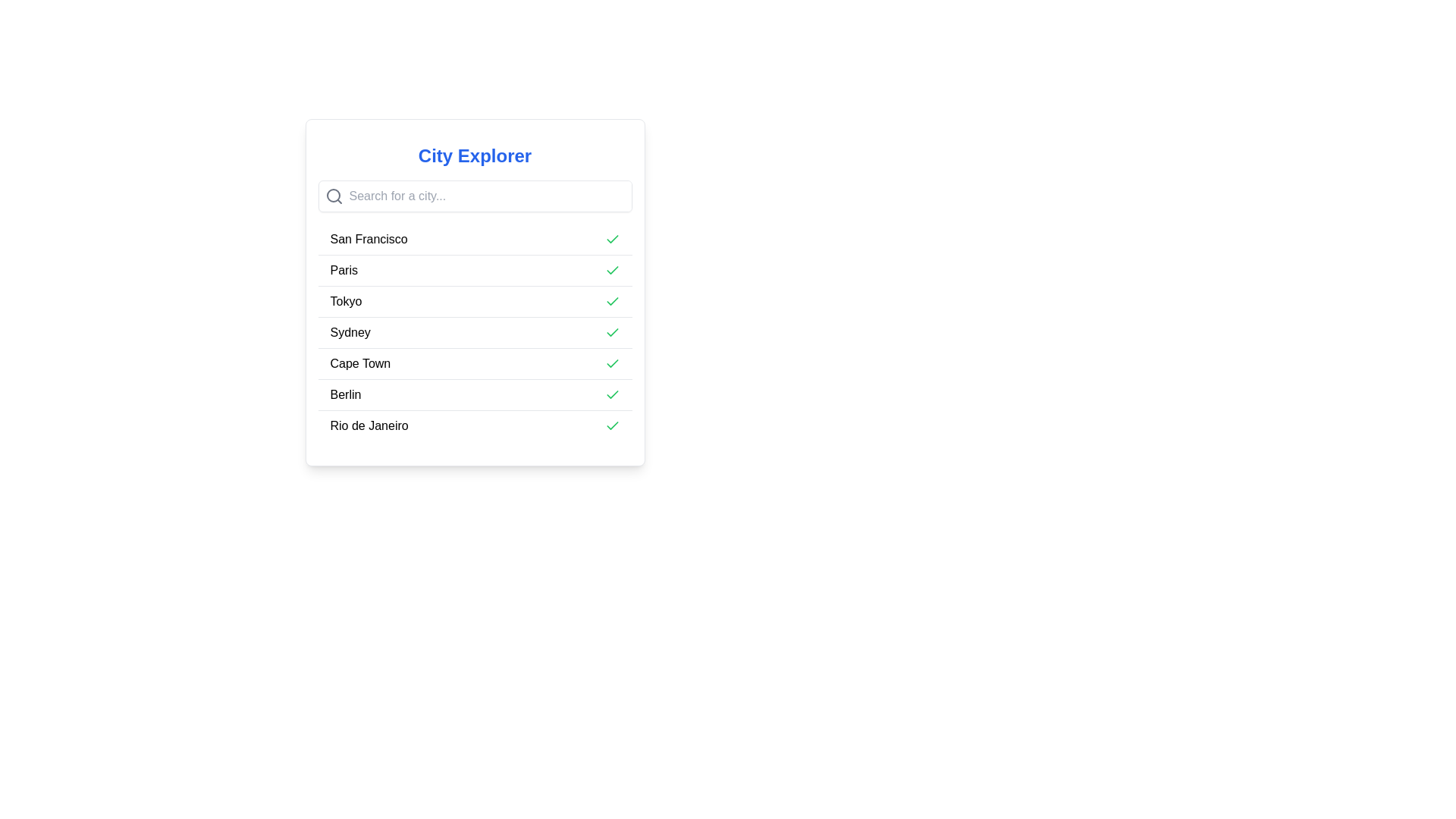 The image size is (1456, 819). Describe the element at coordinates (612, 363) in the screenshot. I see `the SVG checkmark icon that indicates 'Cape Town' is selected in the vertical list of city names` at that location.